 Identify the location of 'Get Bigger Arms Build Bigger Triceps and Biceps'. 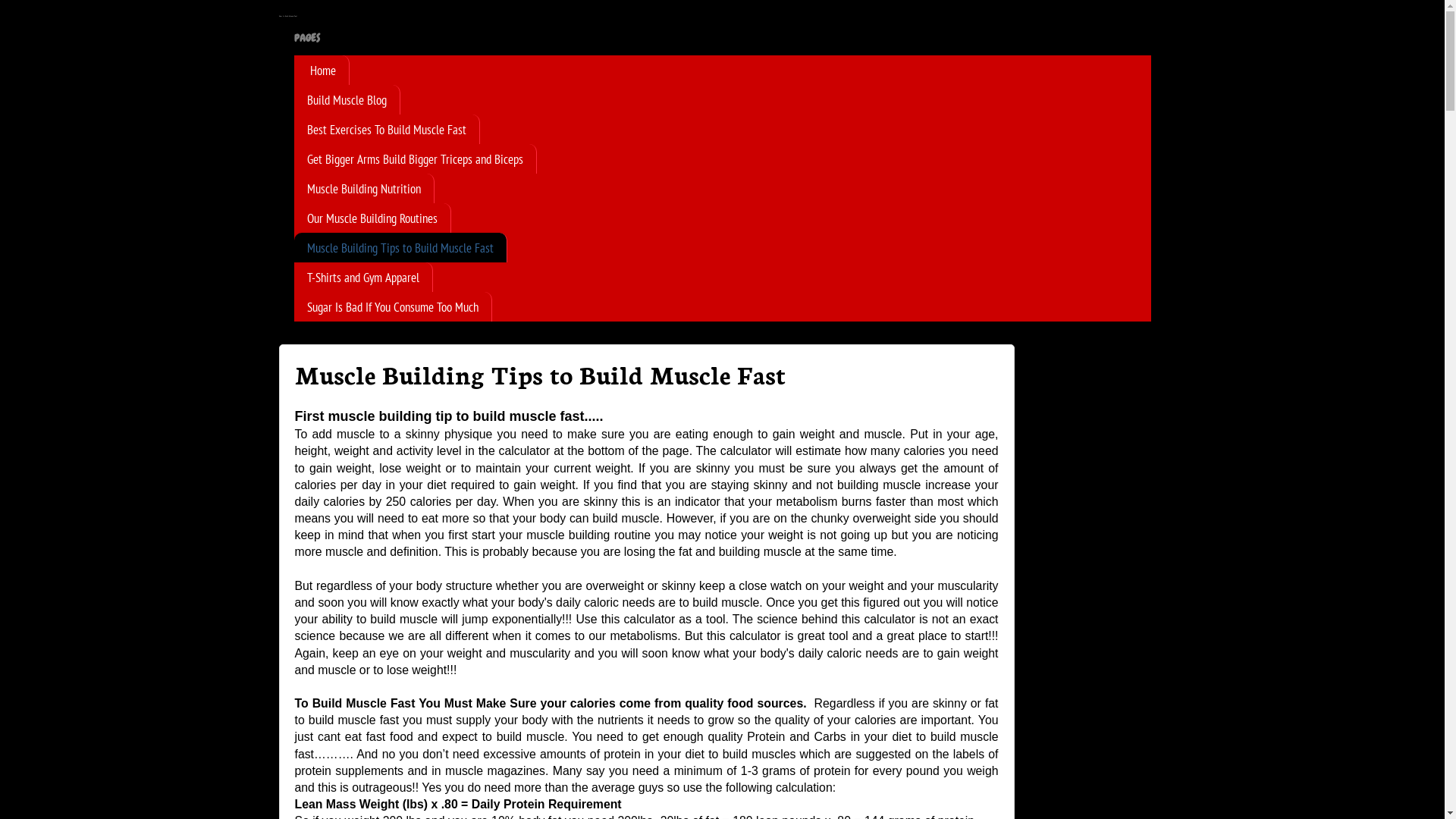
(415, 158).